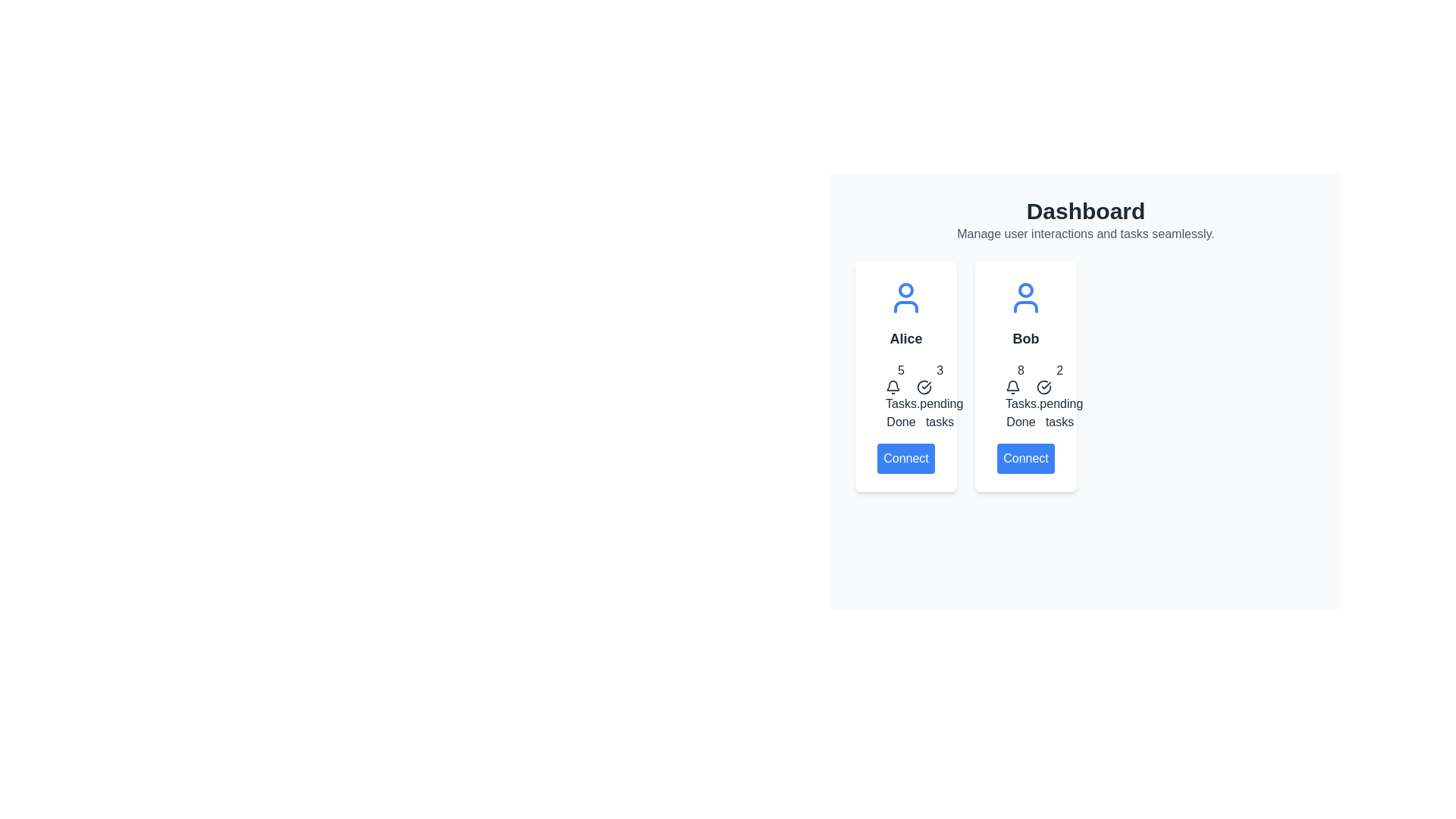  Describe the element at coordinates (1026, 376) in the screenshot. I see `the Profile card containing the name 'Bob' and the 'Connect' button` at that location.